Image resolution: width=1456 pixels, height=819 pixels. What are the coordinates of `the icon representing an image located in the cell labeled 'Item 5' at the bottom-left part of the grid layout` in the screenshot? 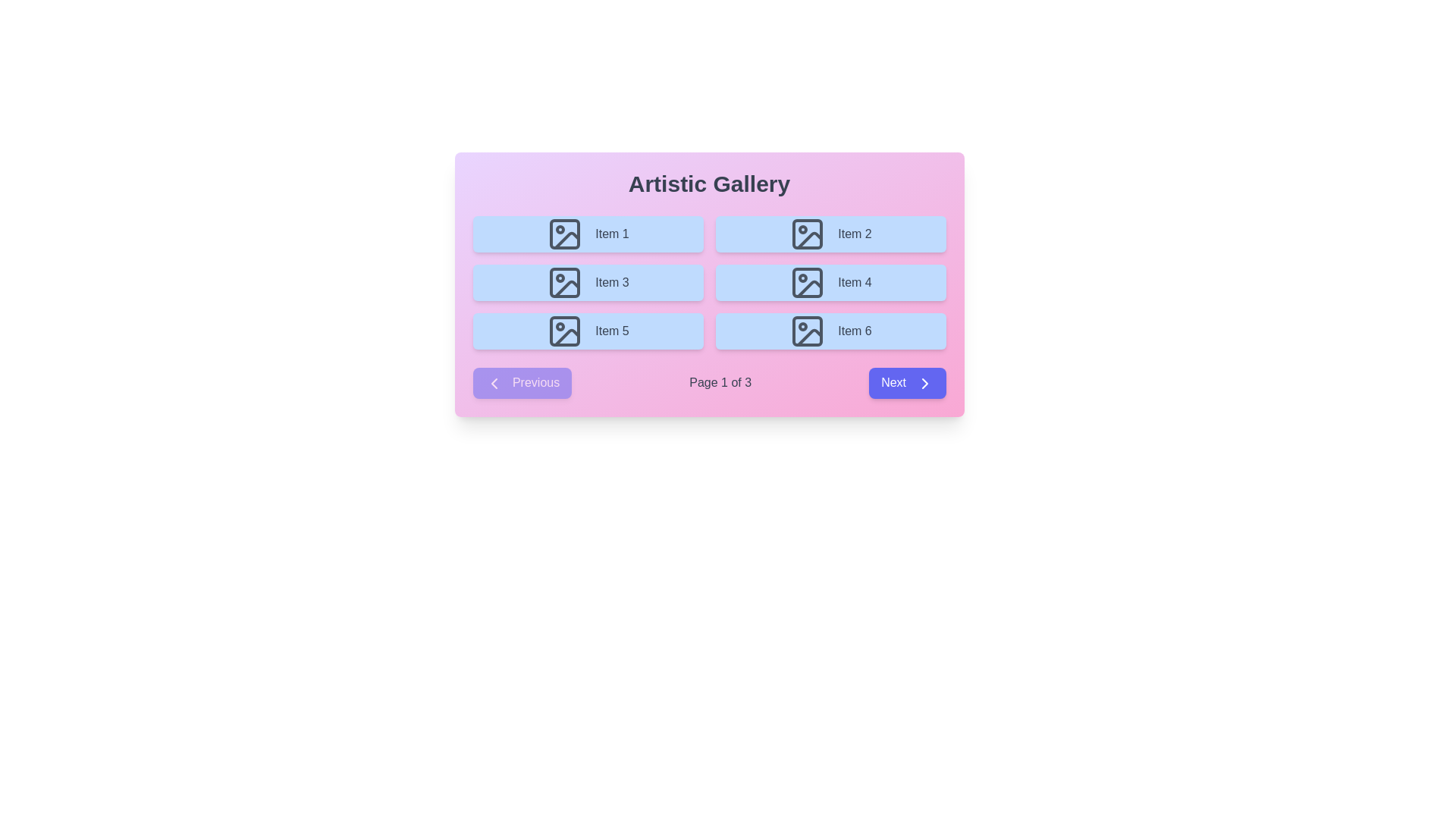 It's located at (564, 330).